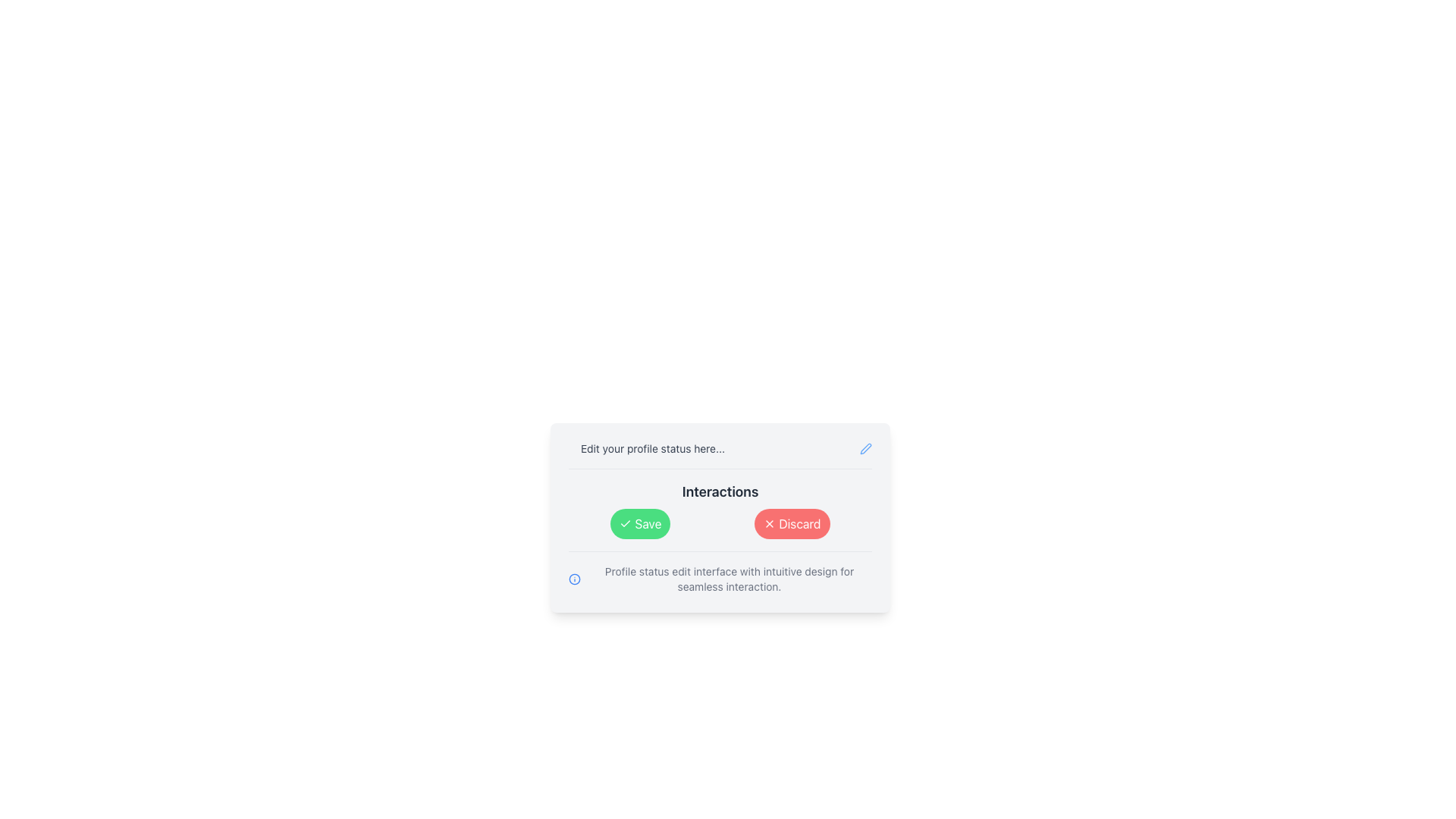 The image size is (1456, 819). I want to click on informational text containing the message 'Profile status edit interface with intuitive design for seamless interaction.' that is displayed next to the information icon at the bottom of the section with save and discard buttons, so click(720, 579).